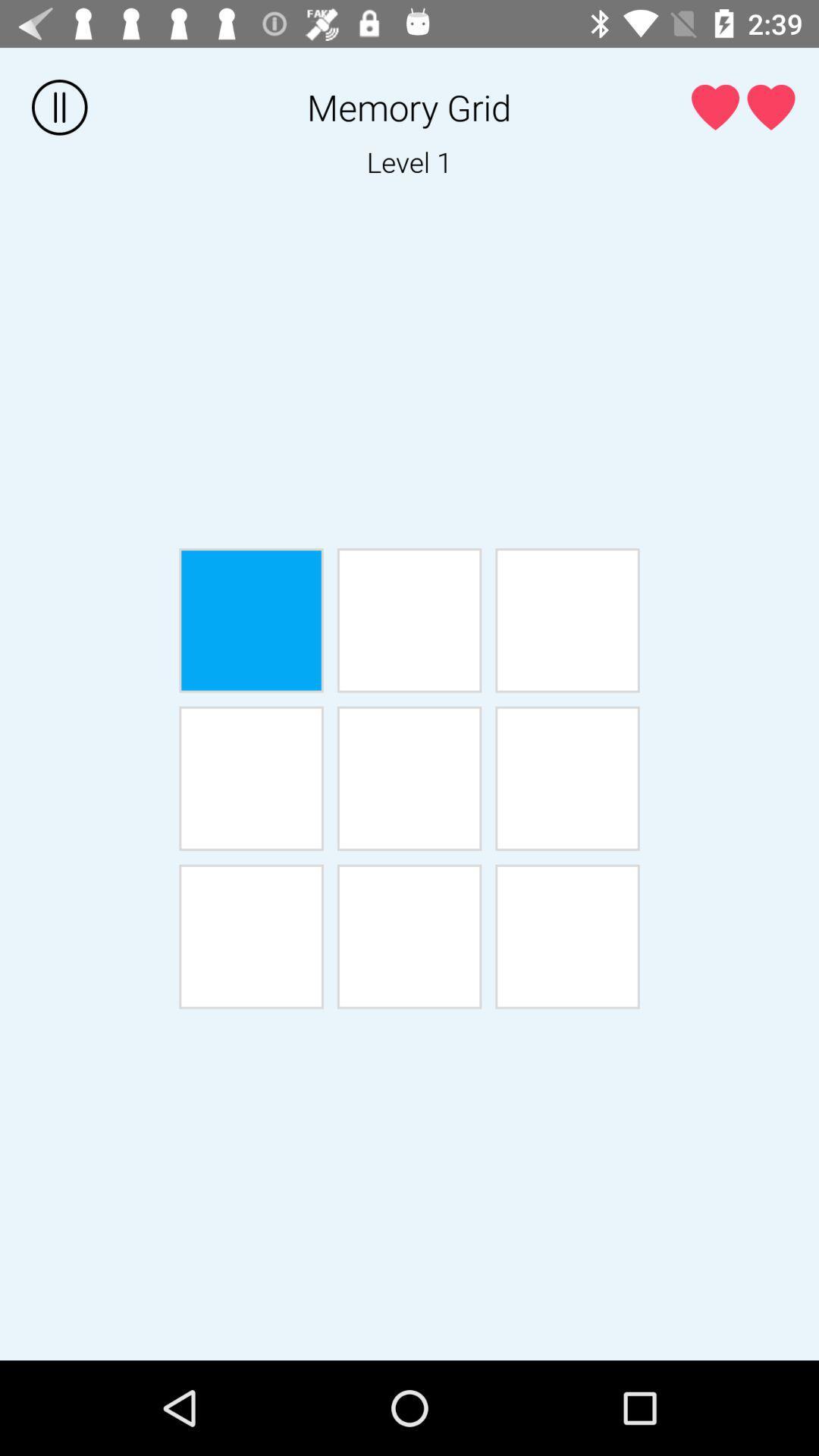 This screenshot has width=819, height=1456. I want to click on last box on upper row, so click(567, 620).